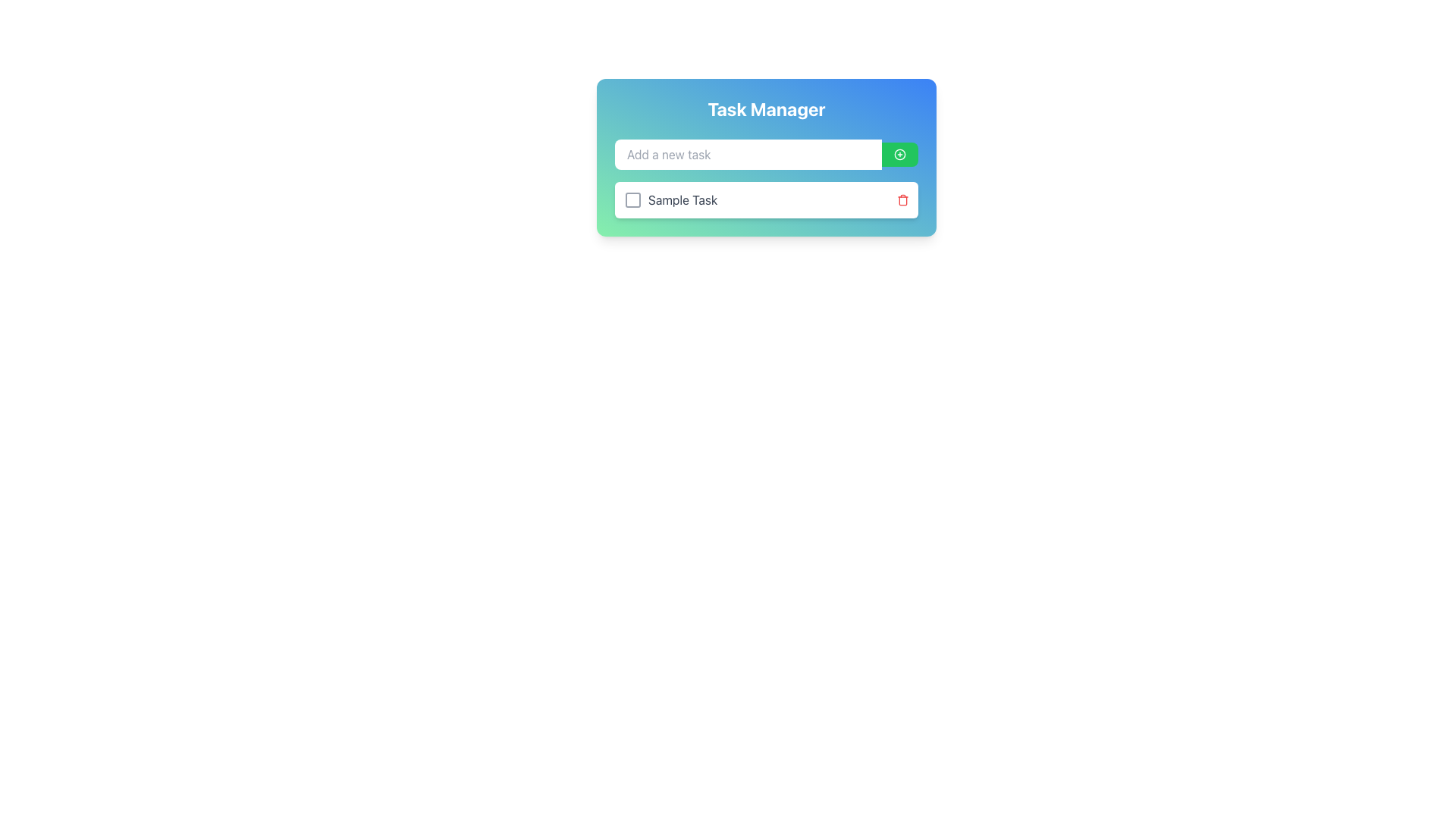  I want to click on central circle of the SVG icon within the green button located to the right of the 'Add a new task' input field in the 'Task Manager' interface for debugging purposes, so click(899, 155).